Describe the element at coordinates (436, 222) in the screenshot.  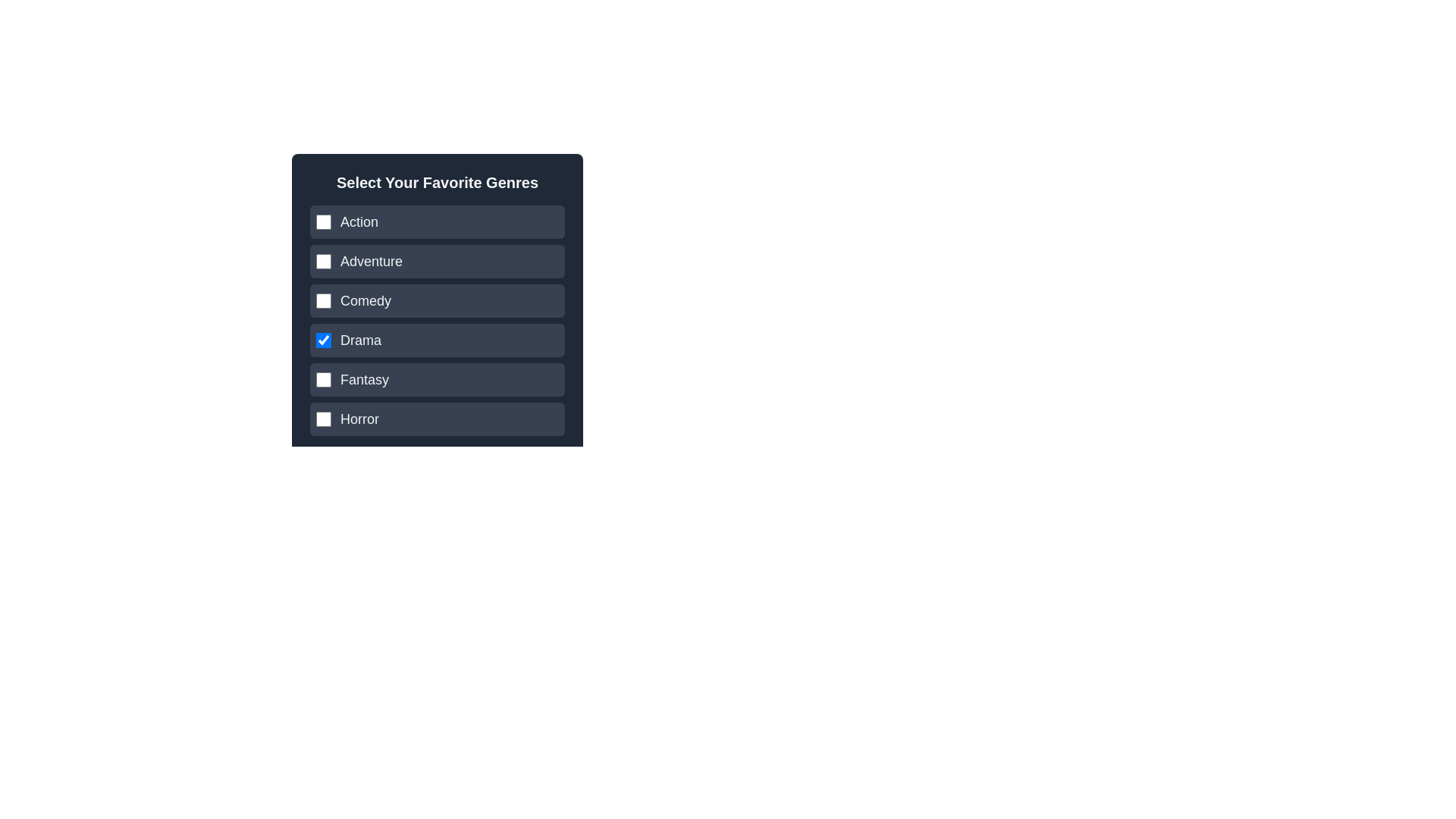
I see `the Checkbox for the 'Action' genre located at the top of the list below the title 'Select Your Favorite Genres'` at that location.